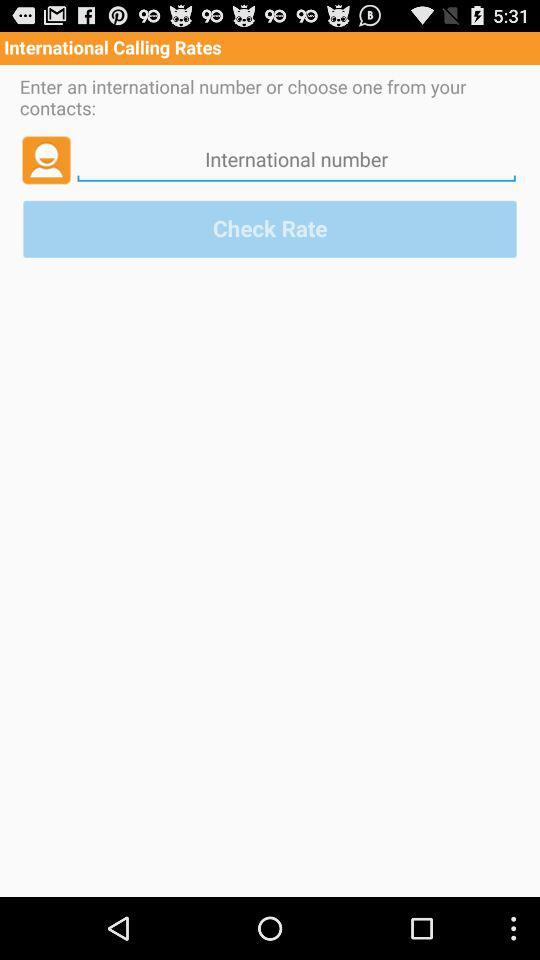 The image size is (540, 960). I want to click on choose contact, so click(46, 158).